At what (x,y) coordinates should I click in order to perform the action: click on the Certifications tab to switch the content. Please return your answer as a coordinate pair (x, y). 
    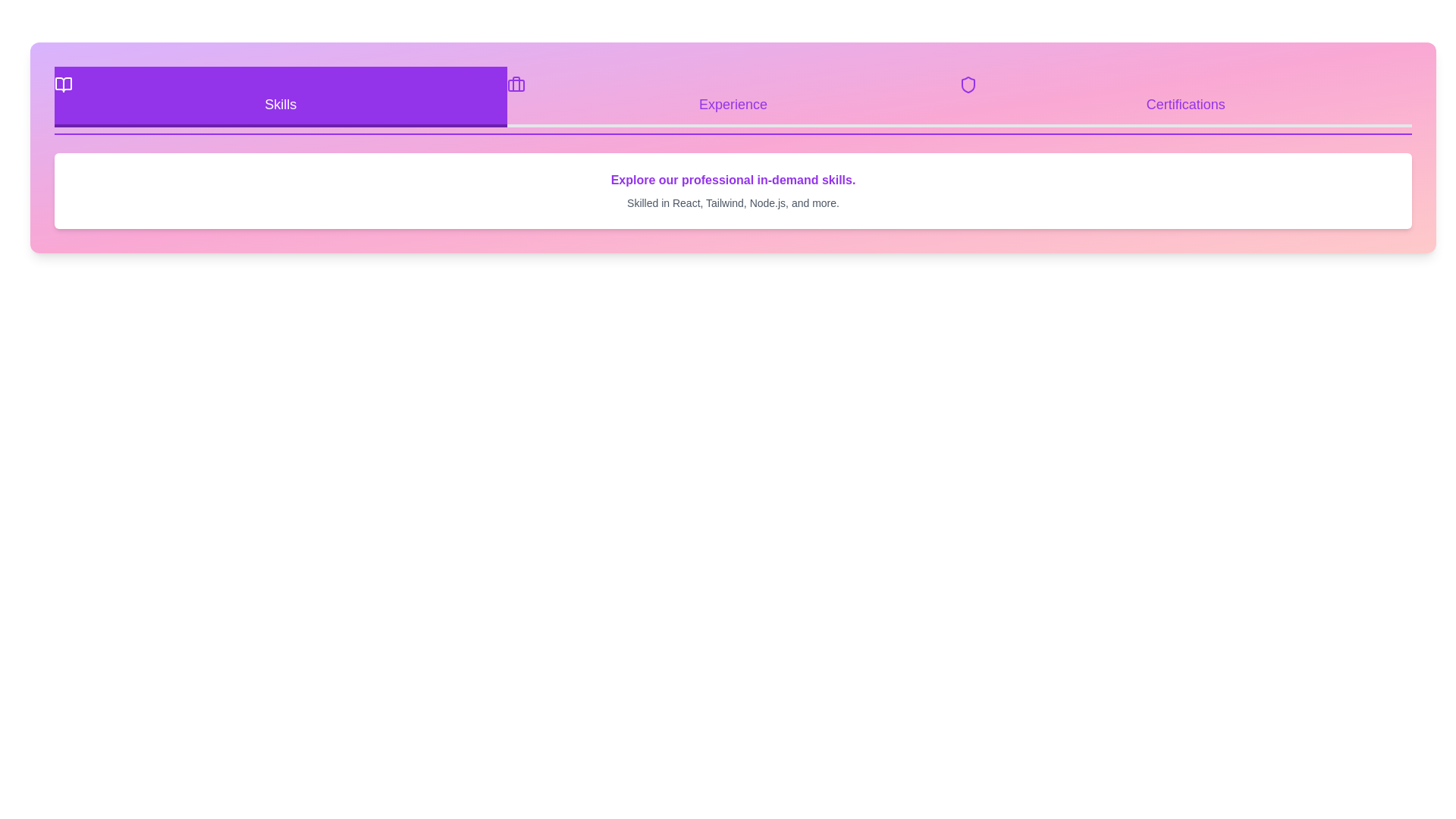
    Looking at the image, I should click on (1185, 96).